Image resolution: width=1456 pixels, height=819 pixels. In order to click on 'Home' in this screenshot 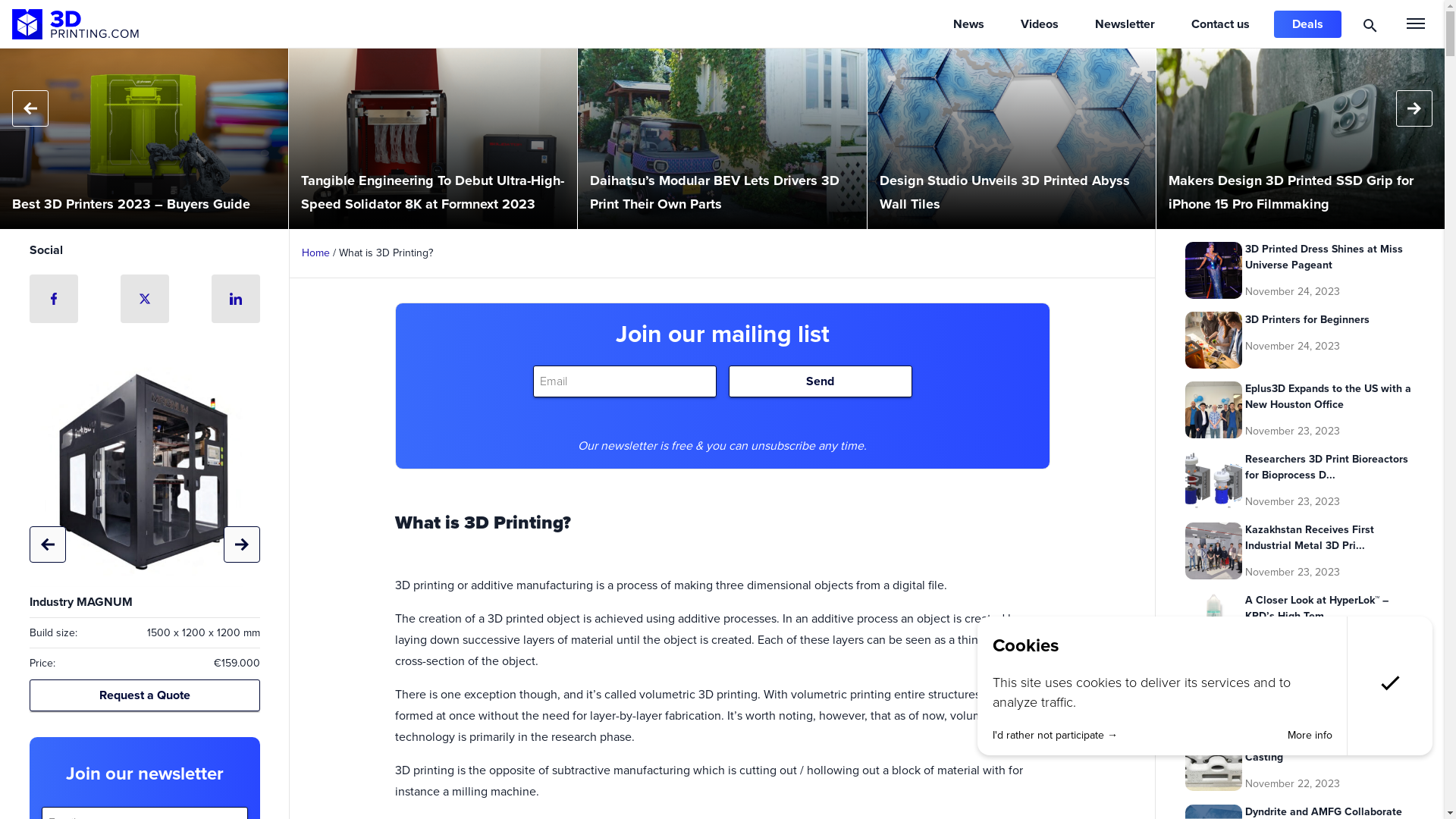, I will do `click(315, 252)`.